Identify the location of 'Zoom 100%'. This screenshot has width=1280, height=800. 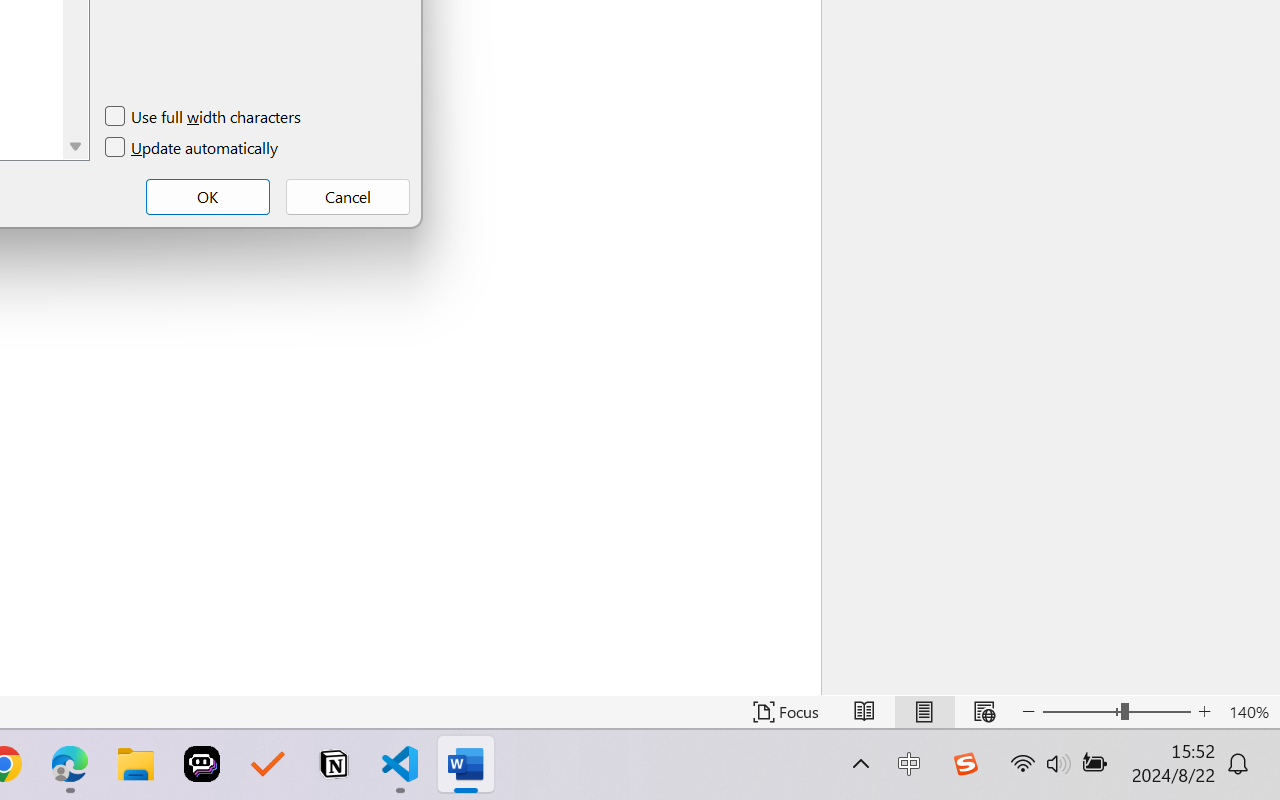
(1233, 743).